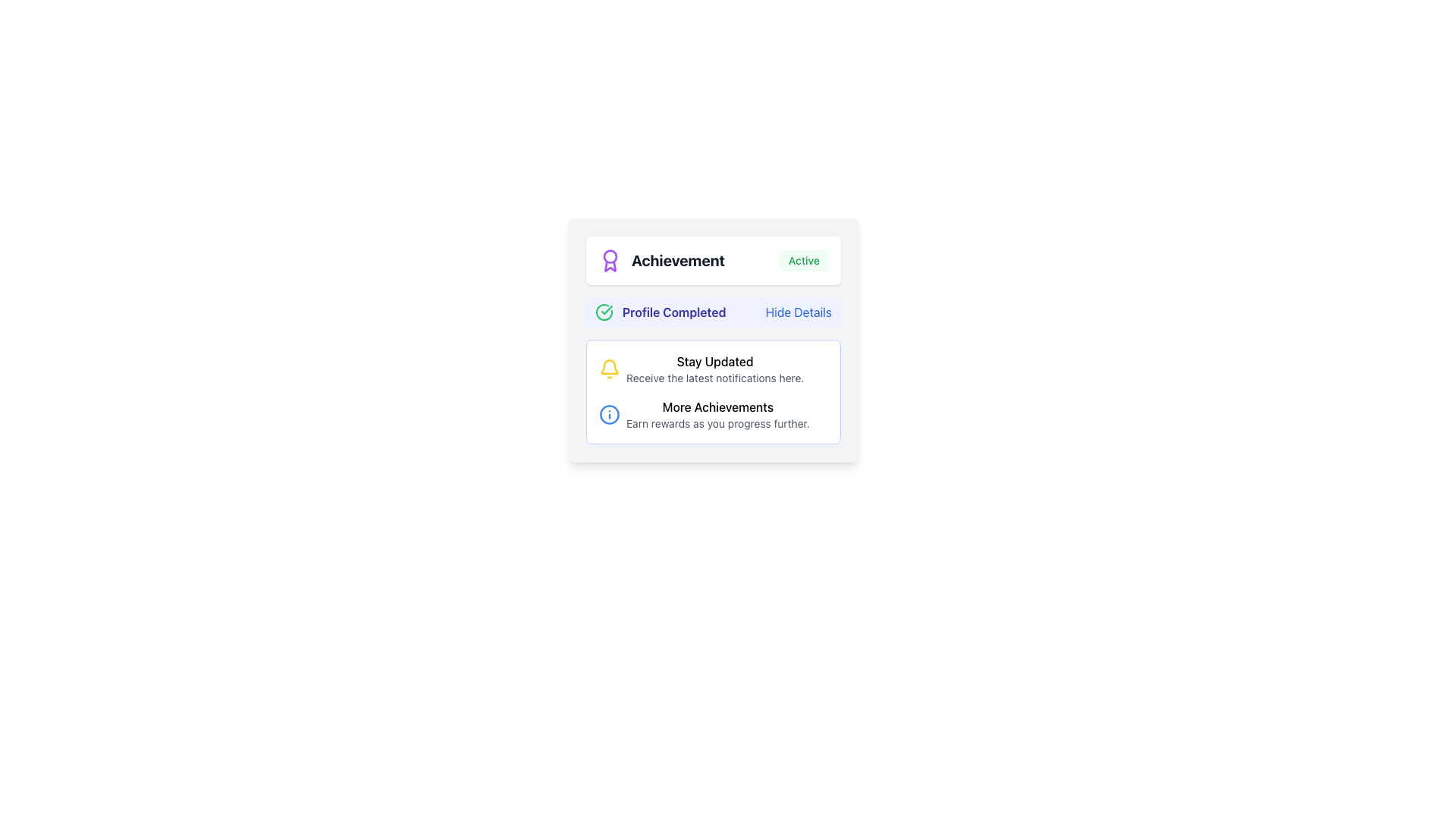 Image resolution: width=1456 pixels, height=819 pixels. Describe the element at coordinates (714, 369) in the screenshot. I see `the Text block titled 'Stay Updated' which includes the description 'Receive the latest notifications here.'` at that location.